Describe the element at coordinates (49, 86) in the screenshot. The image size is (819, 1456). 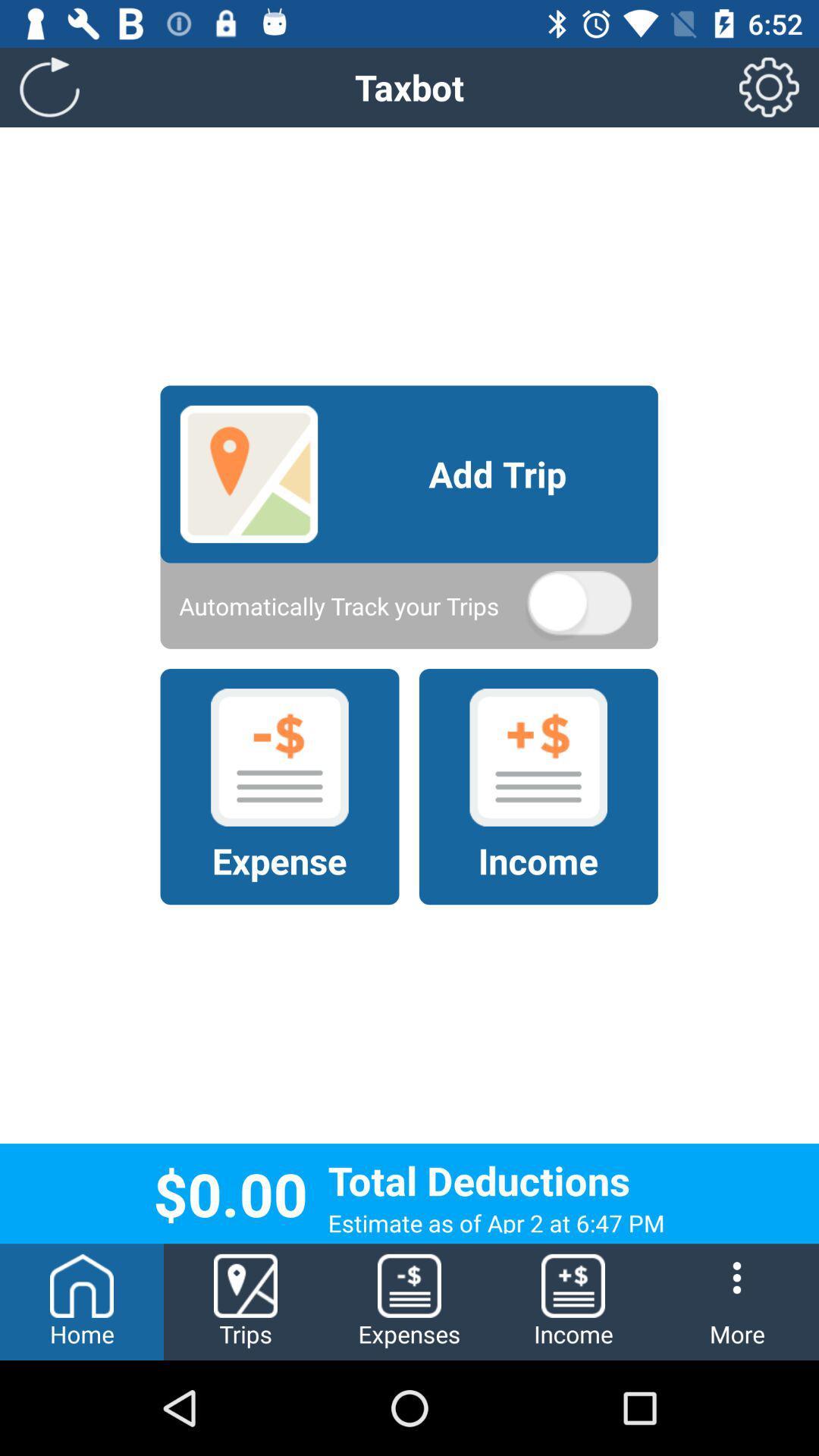
I see `the app next to taxbot icon` at that location.